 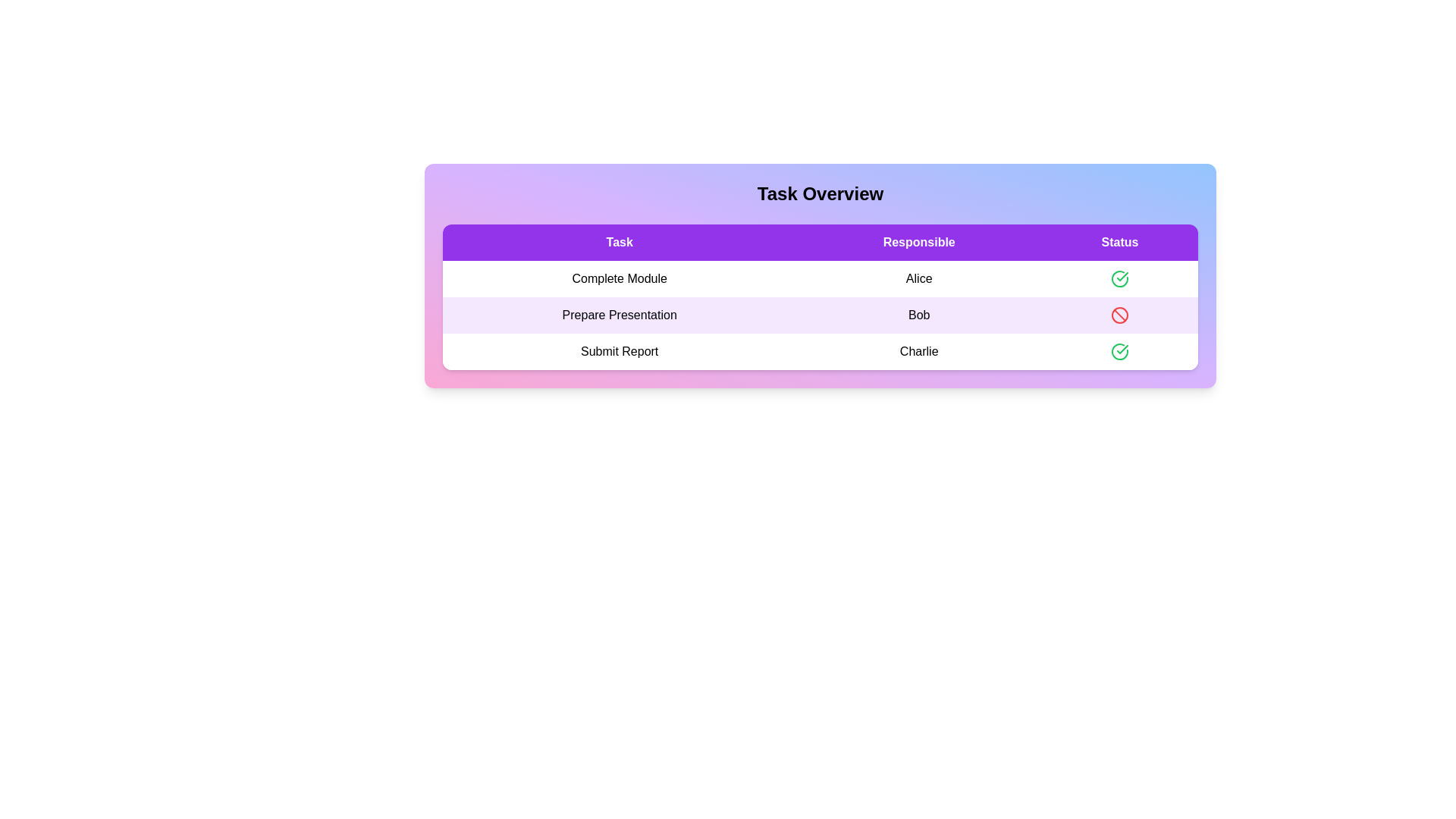 What do you see at coordinates (1120, 315) in the screenshot?
I see `the red prohibition icon located in the 'Status' column of the 'Prepare Presentation' row to interact with it` at bounding box center [1120, 315].